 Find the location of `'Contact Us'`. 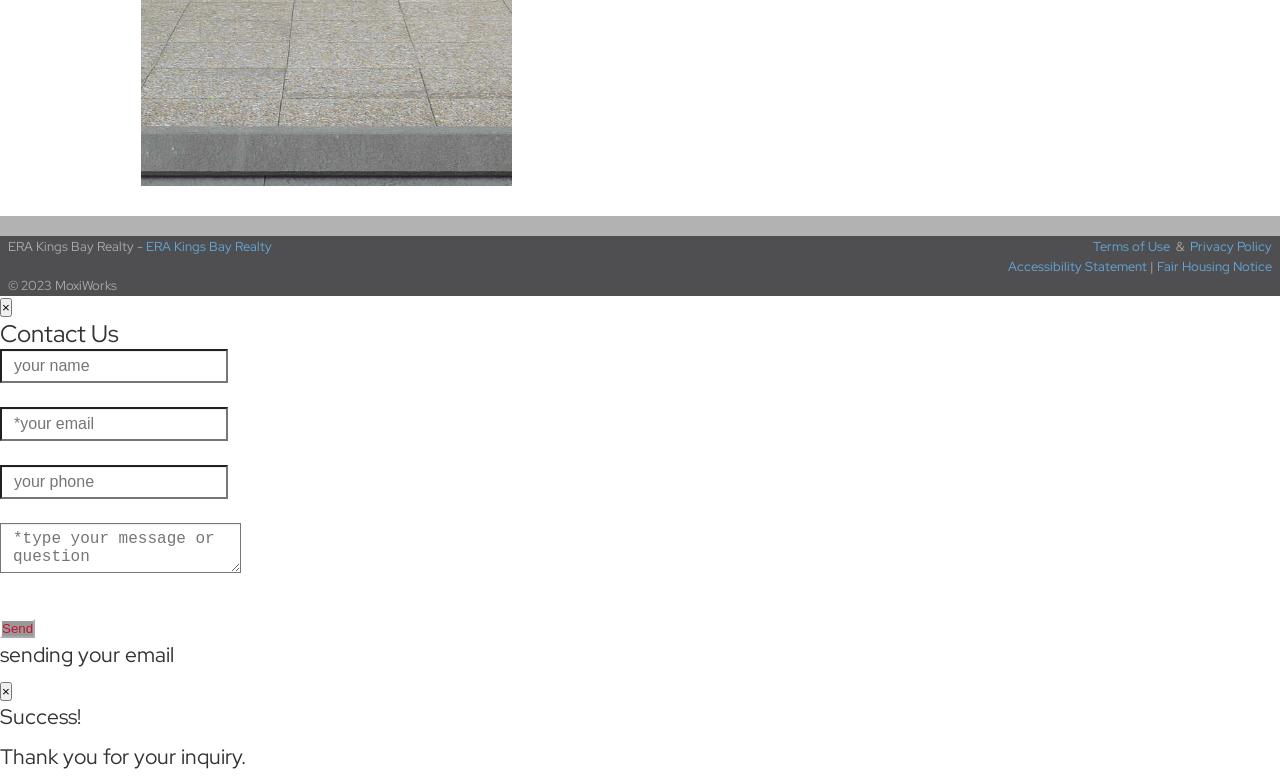

'Contact Us' is located at coordinates (59, 333).